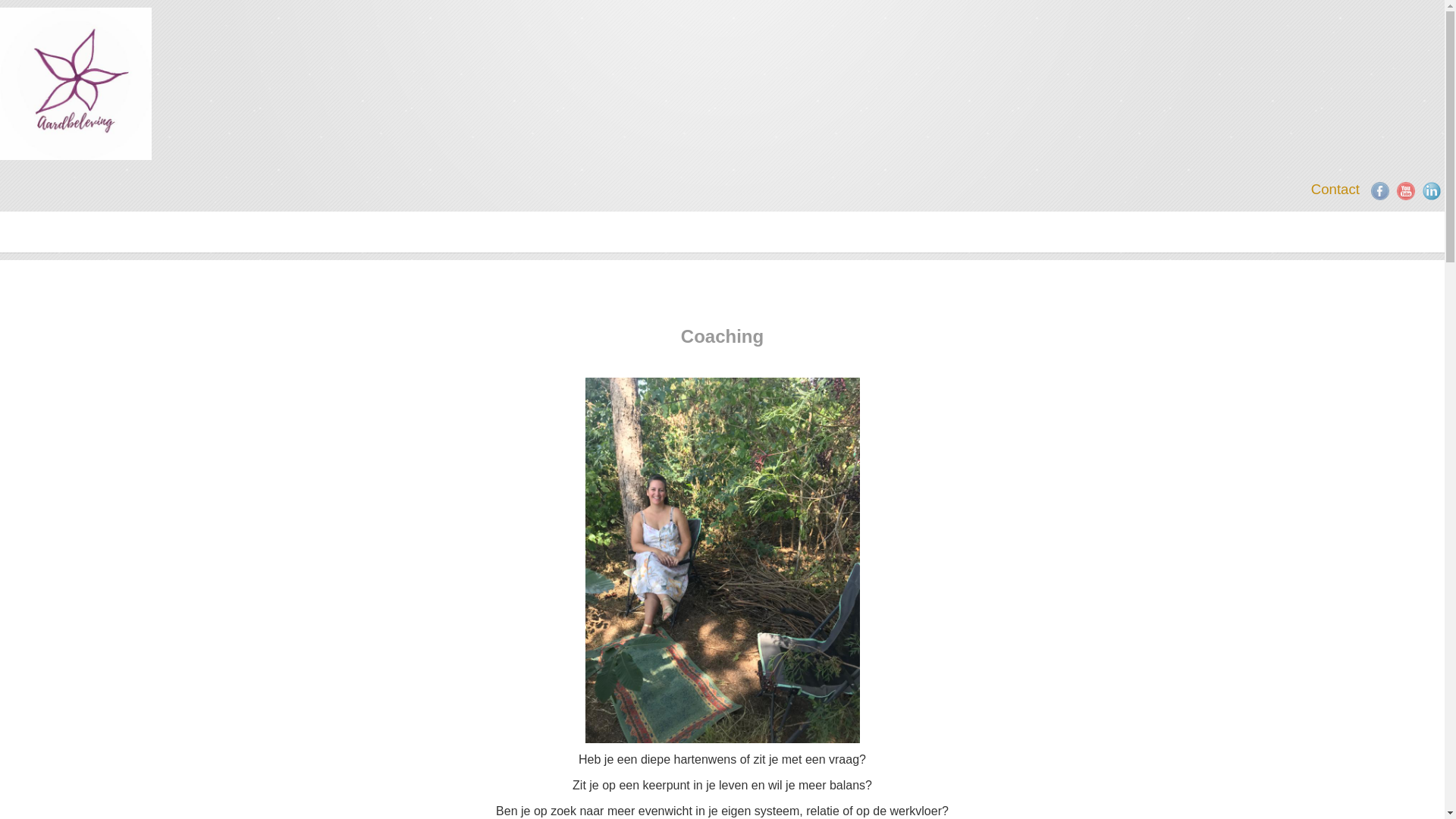 This screenshot has height=819, width=1456. Describe the element at coordinates (1379, 190) in the screenshot. I see `'Facebook'` at that location.